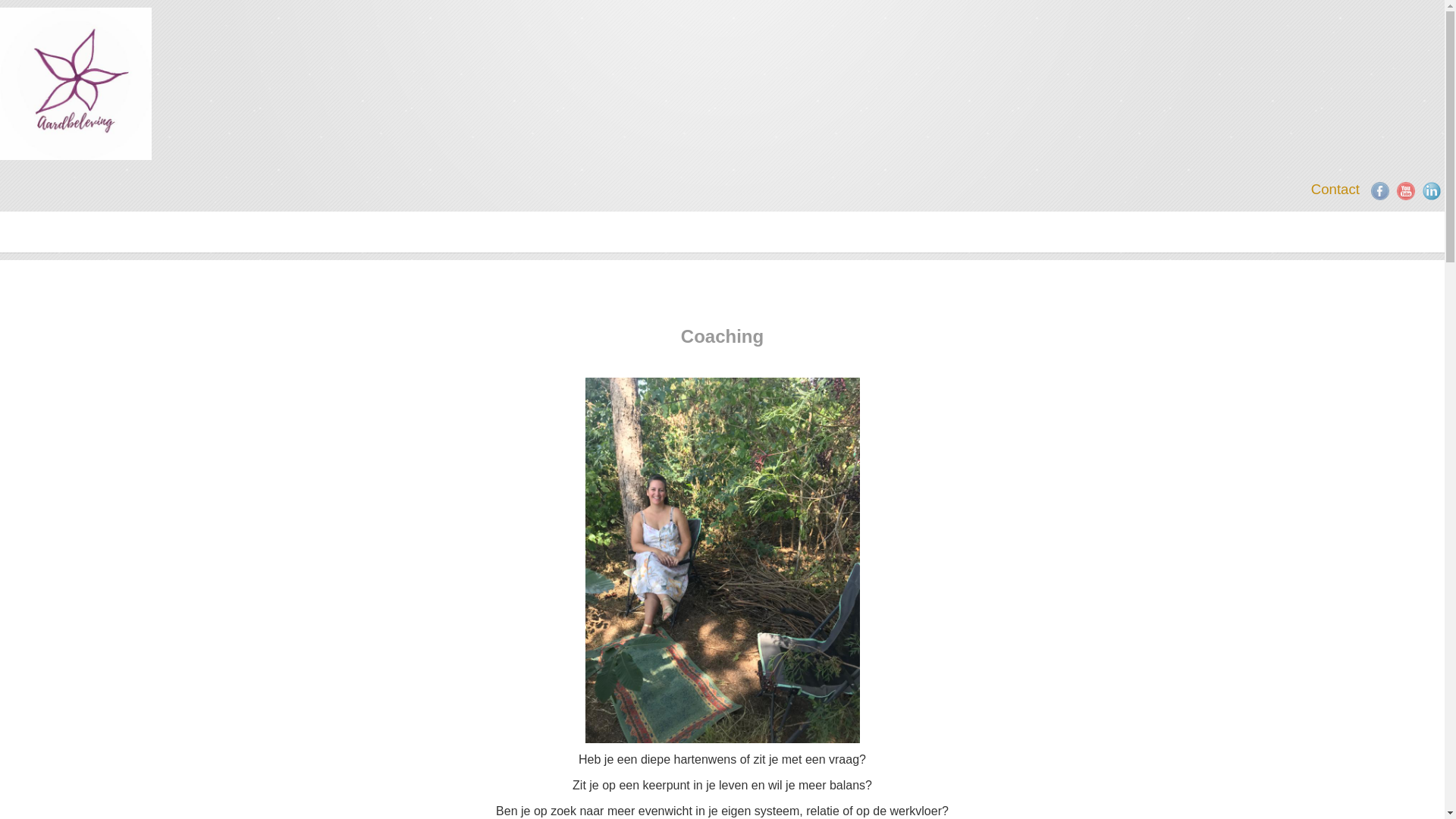 This screenshot has height=819, width=1456. Describe the element at coordinates (1379, 190) in the screenshot. I see `'Facebook'` at that location.